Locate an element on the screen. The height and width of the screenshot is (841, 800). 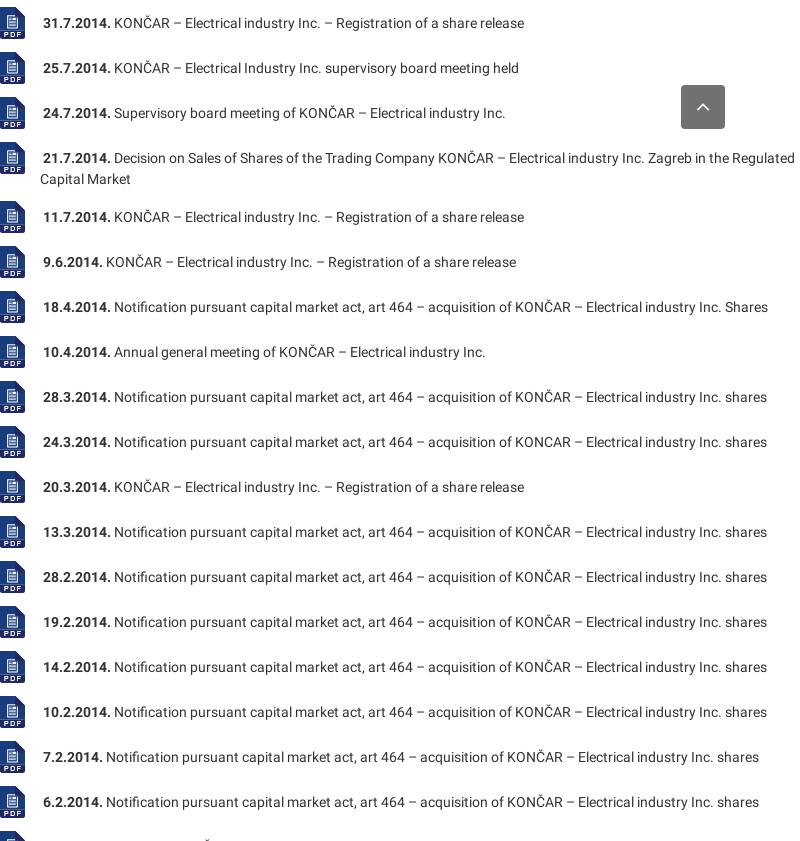
'11.7.2014.' is located at coordinates (41, 214).